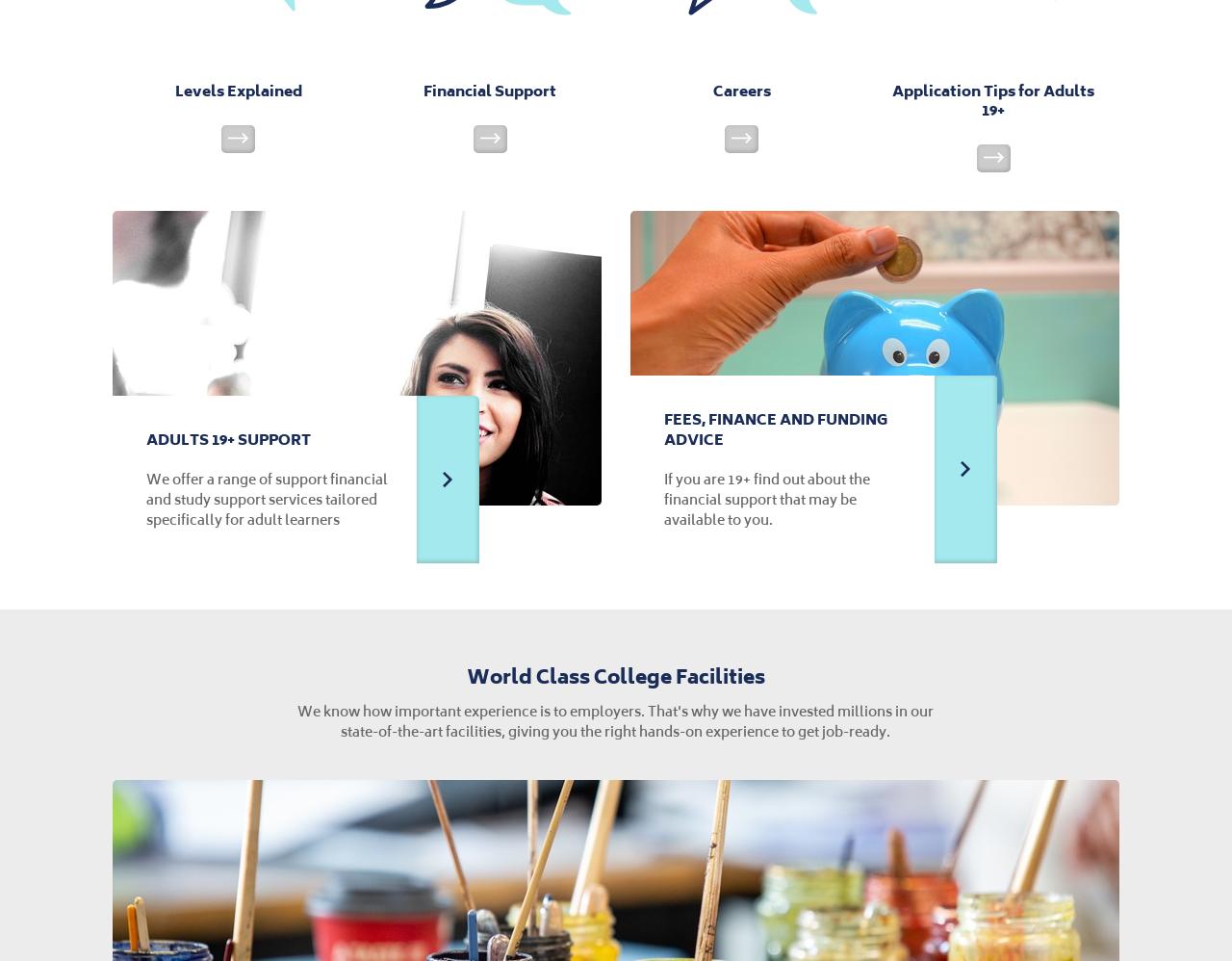  I want to click on 'Fees, Finance and Funding Advice', so click(664, 429).